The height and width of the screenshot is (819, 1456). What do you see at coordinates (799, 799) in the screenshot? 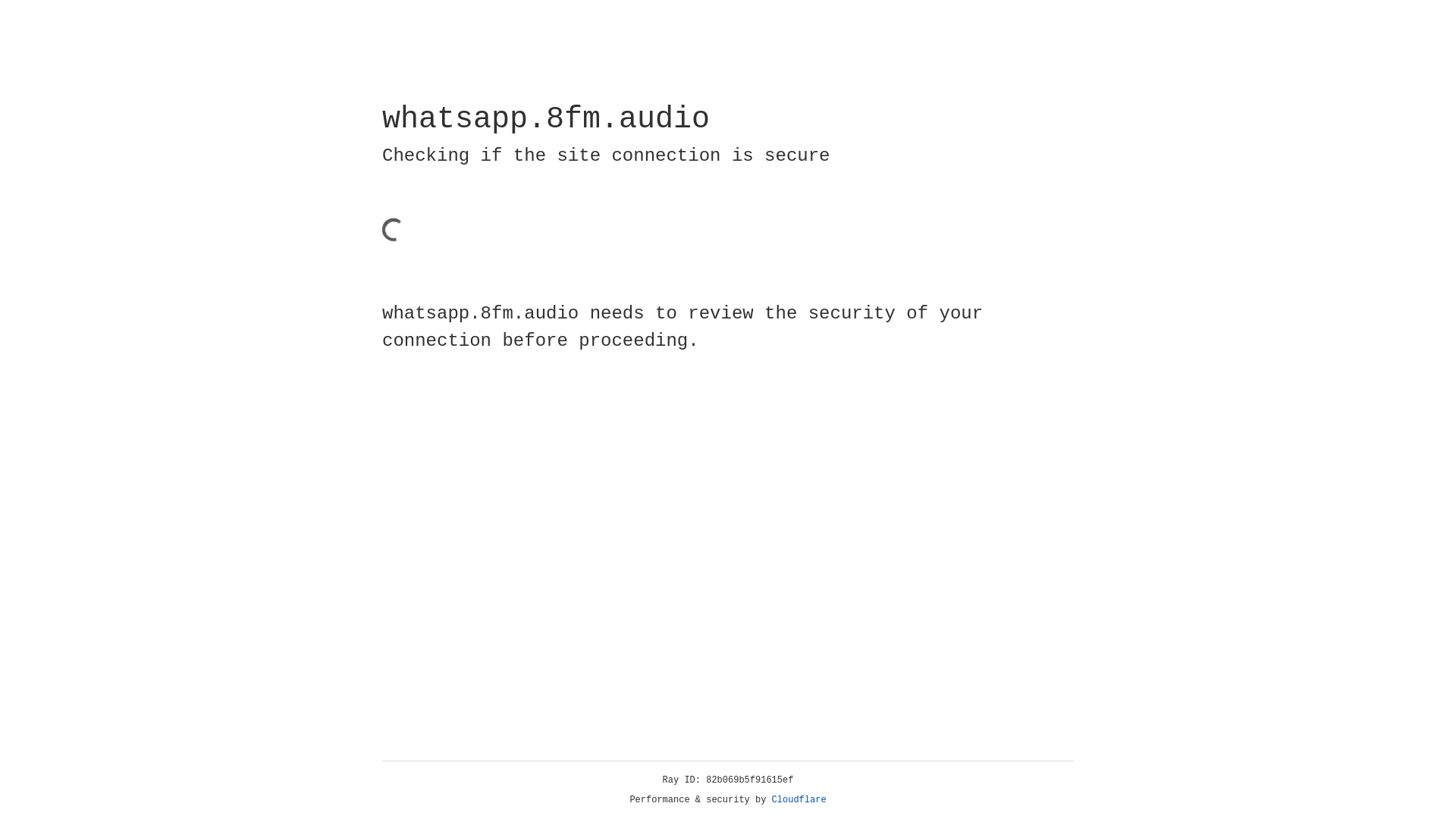
I see `'Cloudflare'` at bounding box center [799, 799].